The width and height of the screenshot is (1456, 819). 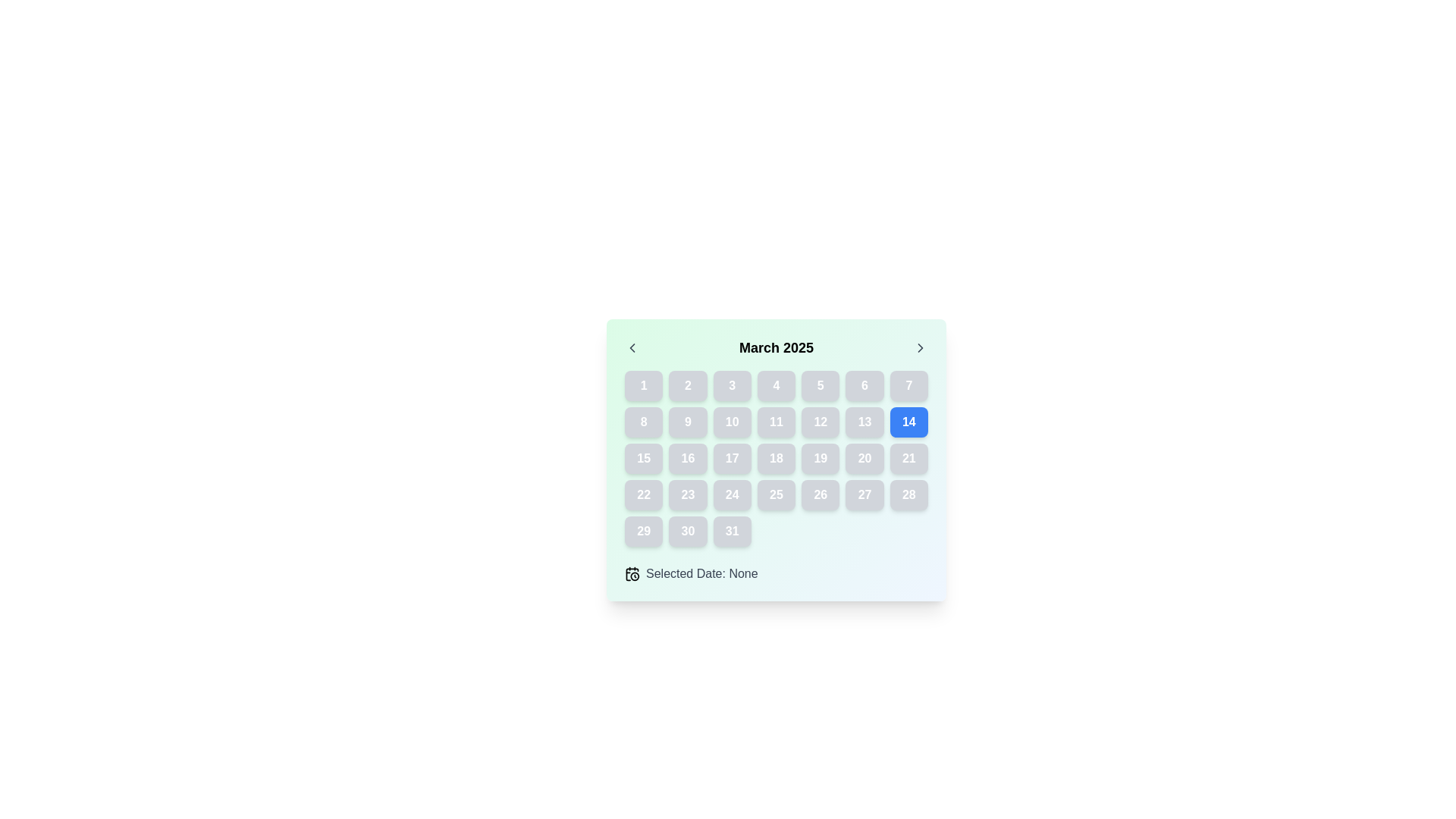 What do you see at coordinates (644, 531) in the screenshot?
I see `the rounded rectangular button labeled '29' with a light gray background in the calendar interface` at bounding box center [644, 531].